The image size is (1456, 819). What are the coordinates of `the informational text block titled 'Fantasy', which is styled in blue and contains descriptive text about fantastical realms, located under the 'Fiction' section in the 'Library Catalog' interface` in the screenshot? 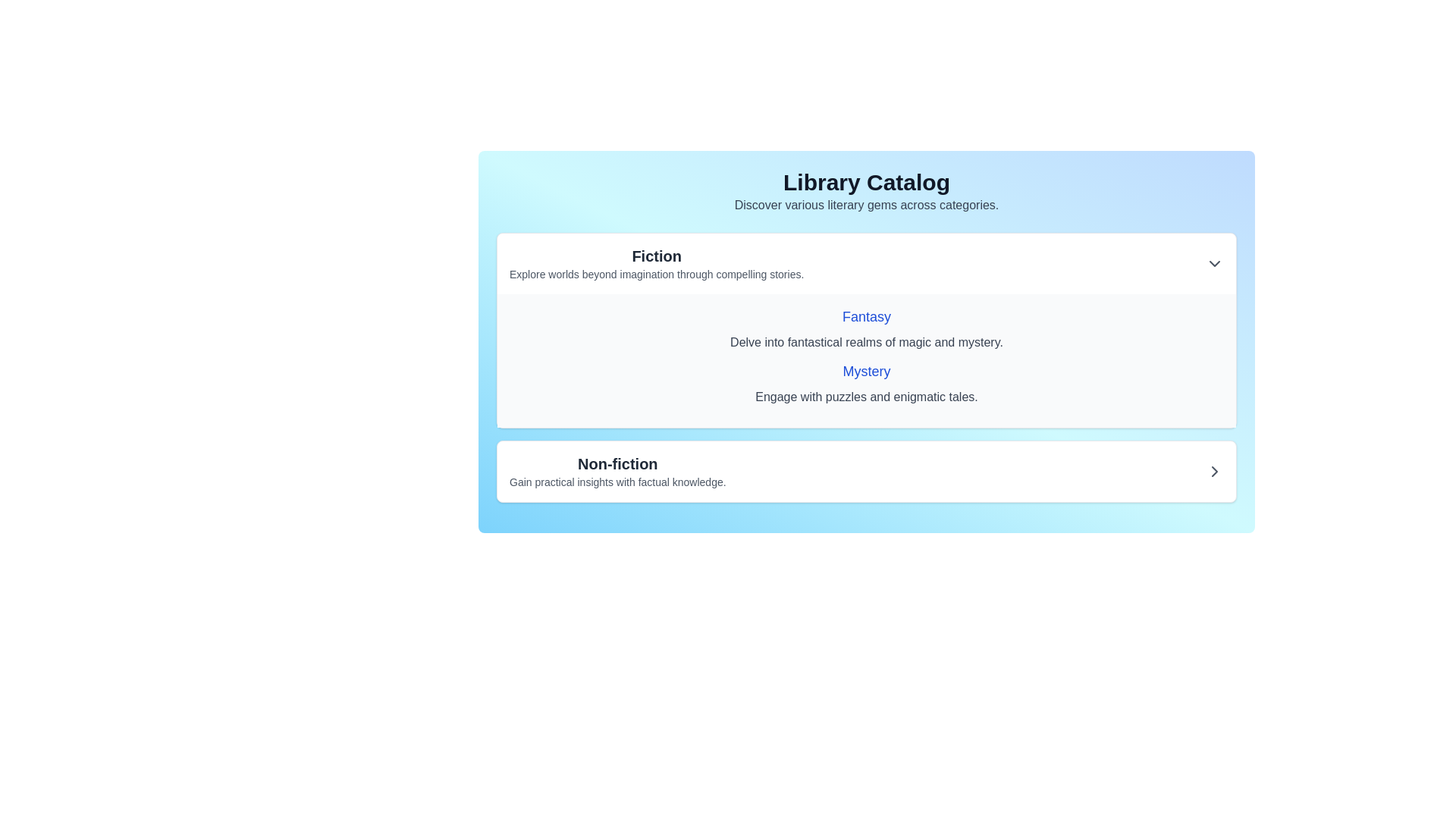 It's located at (866, 328).